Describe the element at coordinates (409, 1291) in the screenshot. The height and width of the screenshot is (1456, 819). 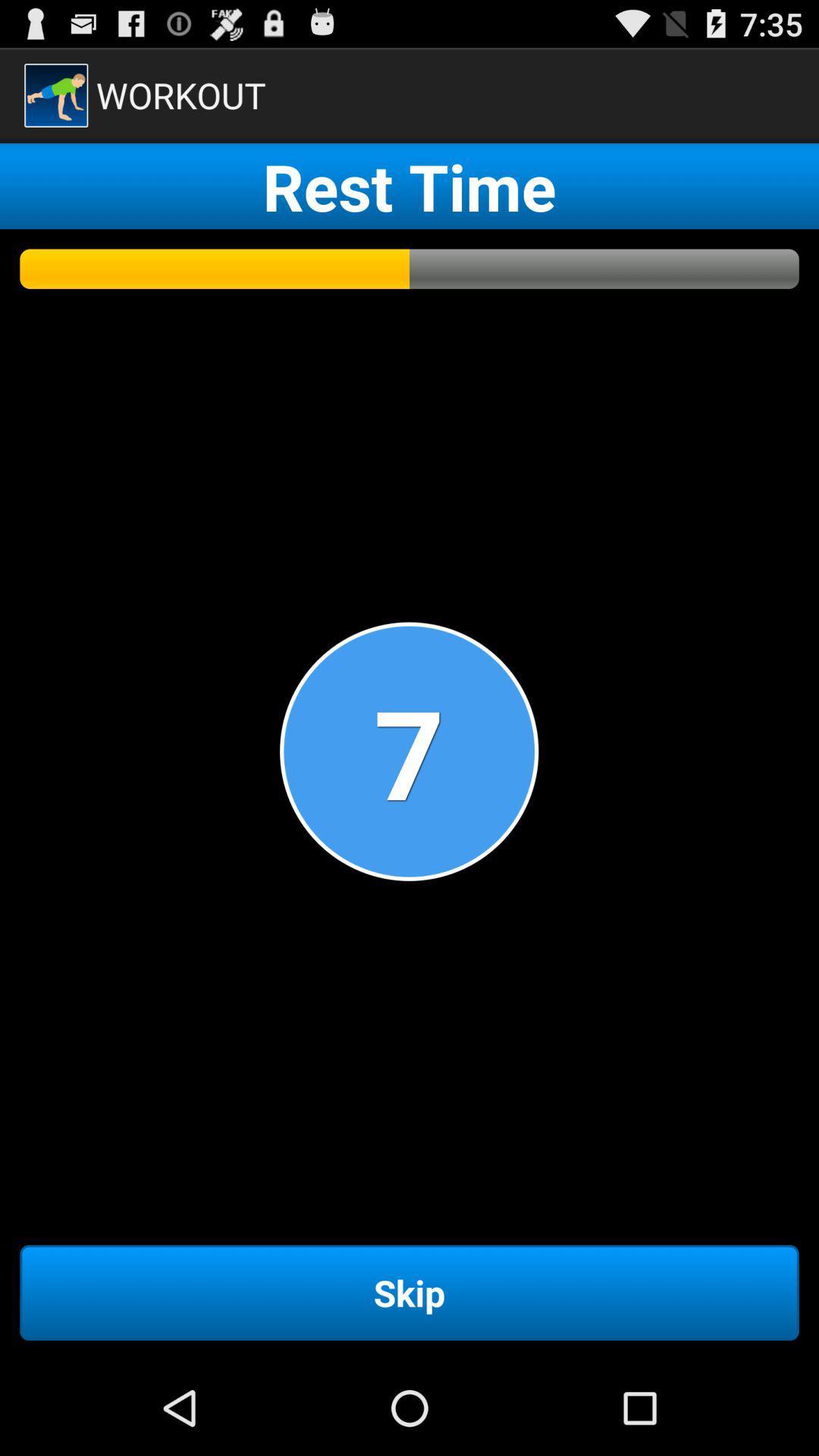
I see `the skip item` at that location.